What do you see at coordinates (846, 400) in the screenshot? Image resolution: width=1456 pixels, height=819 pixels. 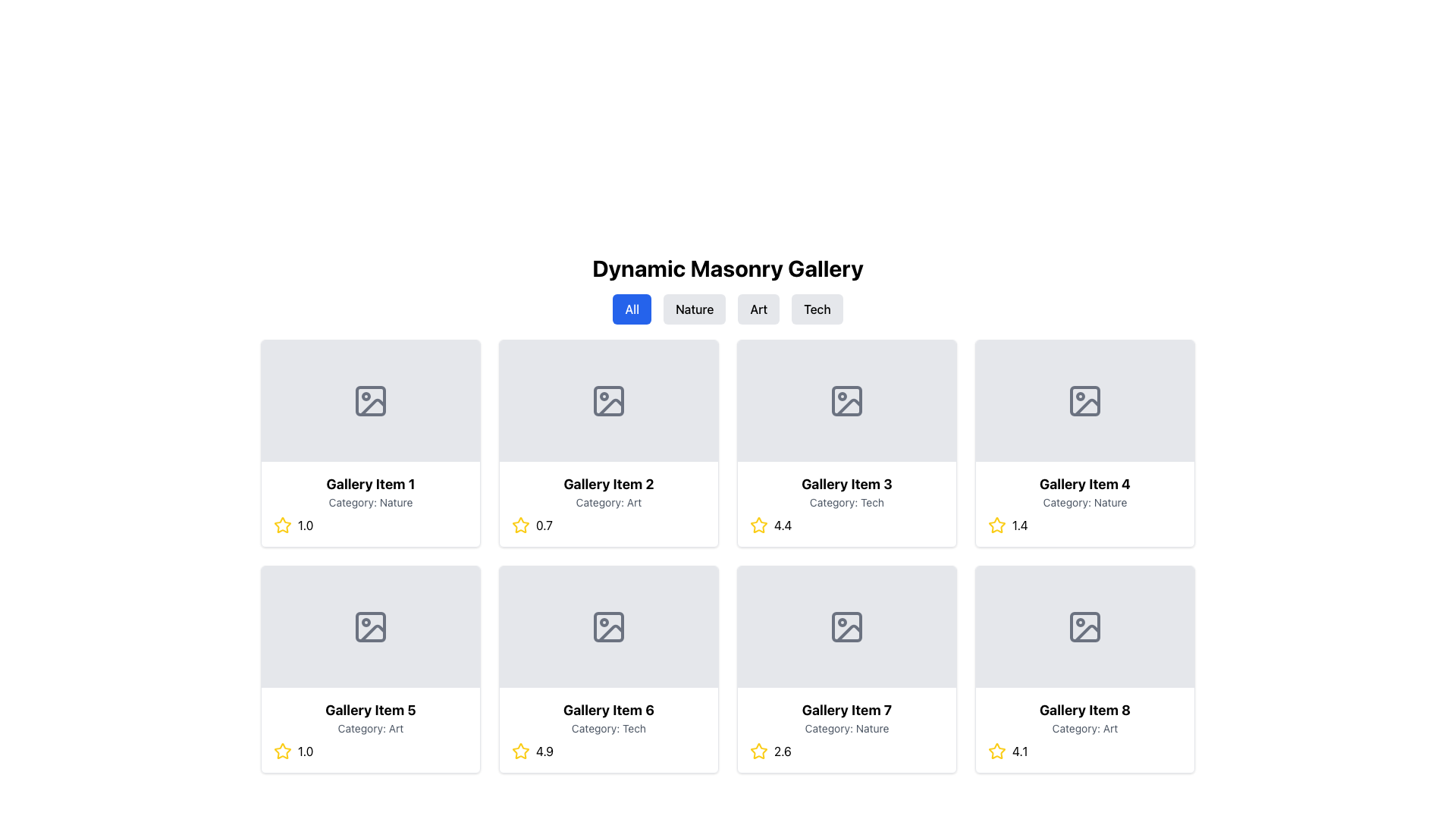 I see `the graphical placeholder for 'Gallery Item 3', which is located in the upper portion of its card and visually represents an image placeholder` at bounding box center [846, 400].